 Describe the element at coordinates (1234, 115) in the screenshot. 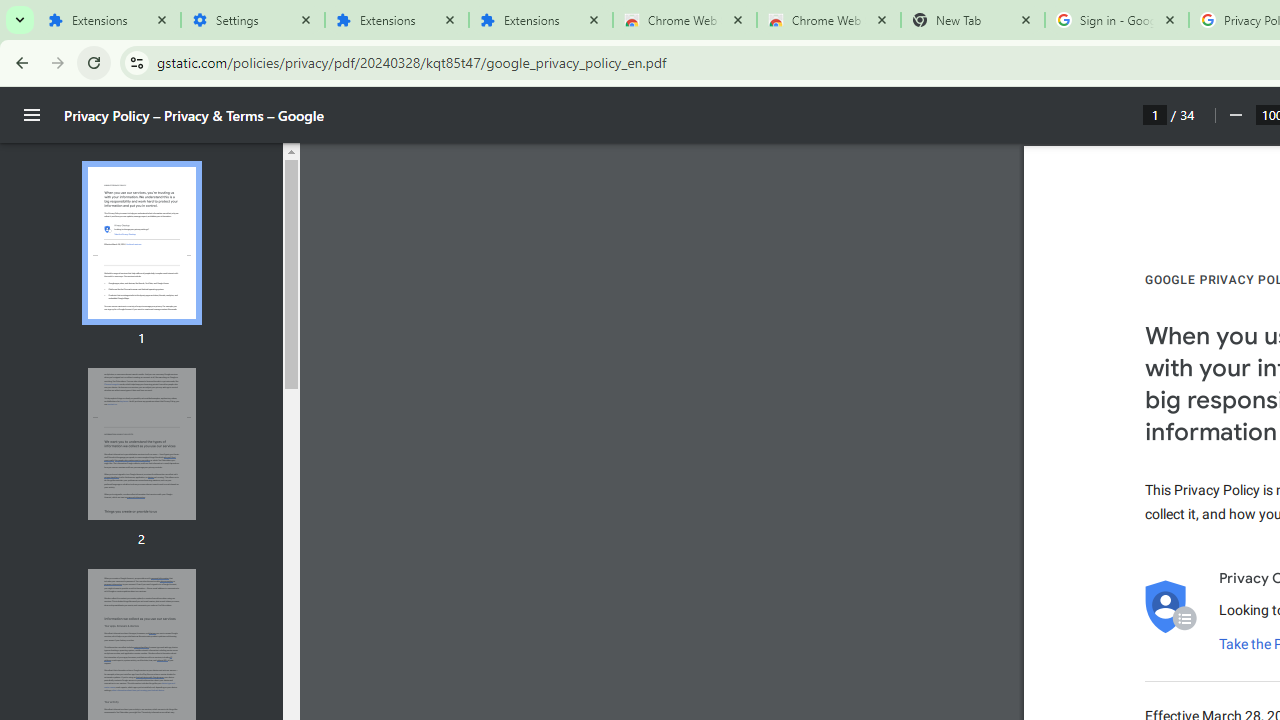

I see `'Zoom out'` at that location.